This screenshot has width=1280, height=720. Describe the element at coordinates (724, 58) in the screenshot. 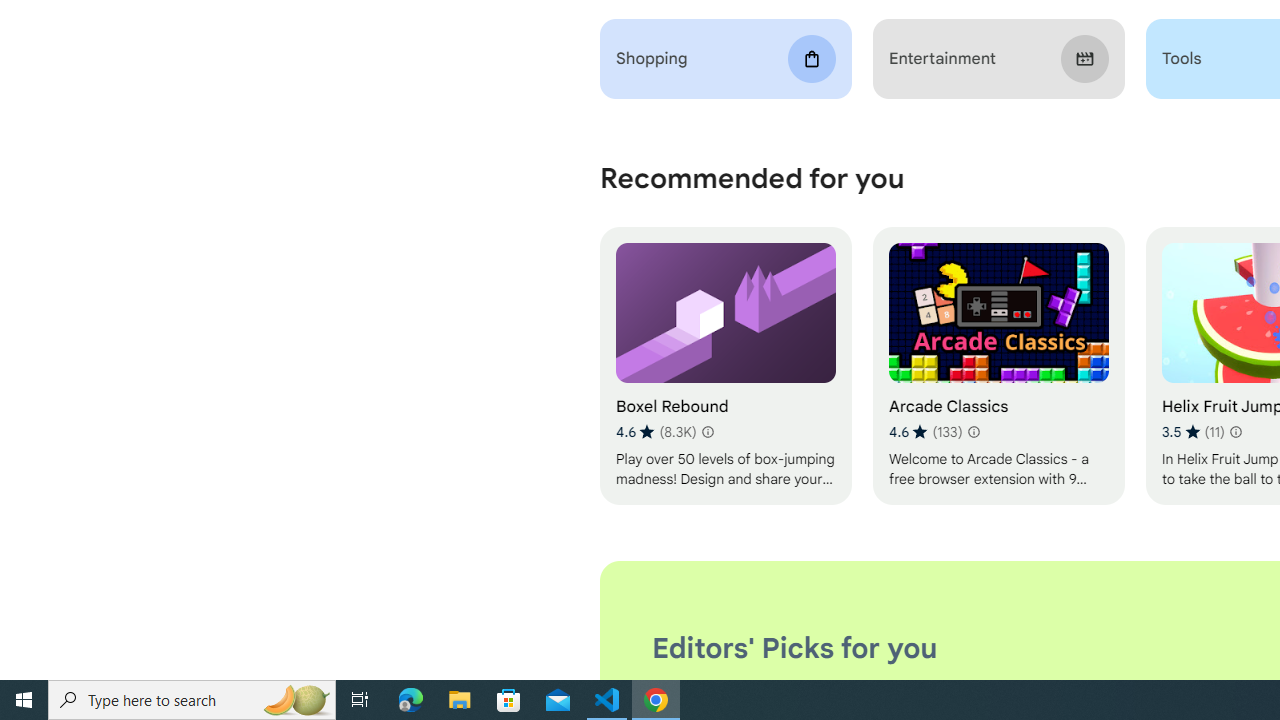

I see `'Shopping'` at that location.